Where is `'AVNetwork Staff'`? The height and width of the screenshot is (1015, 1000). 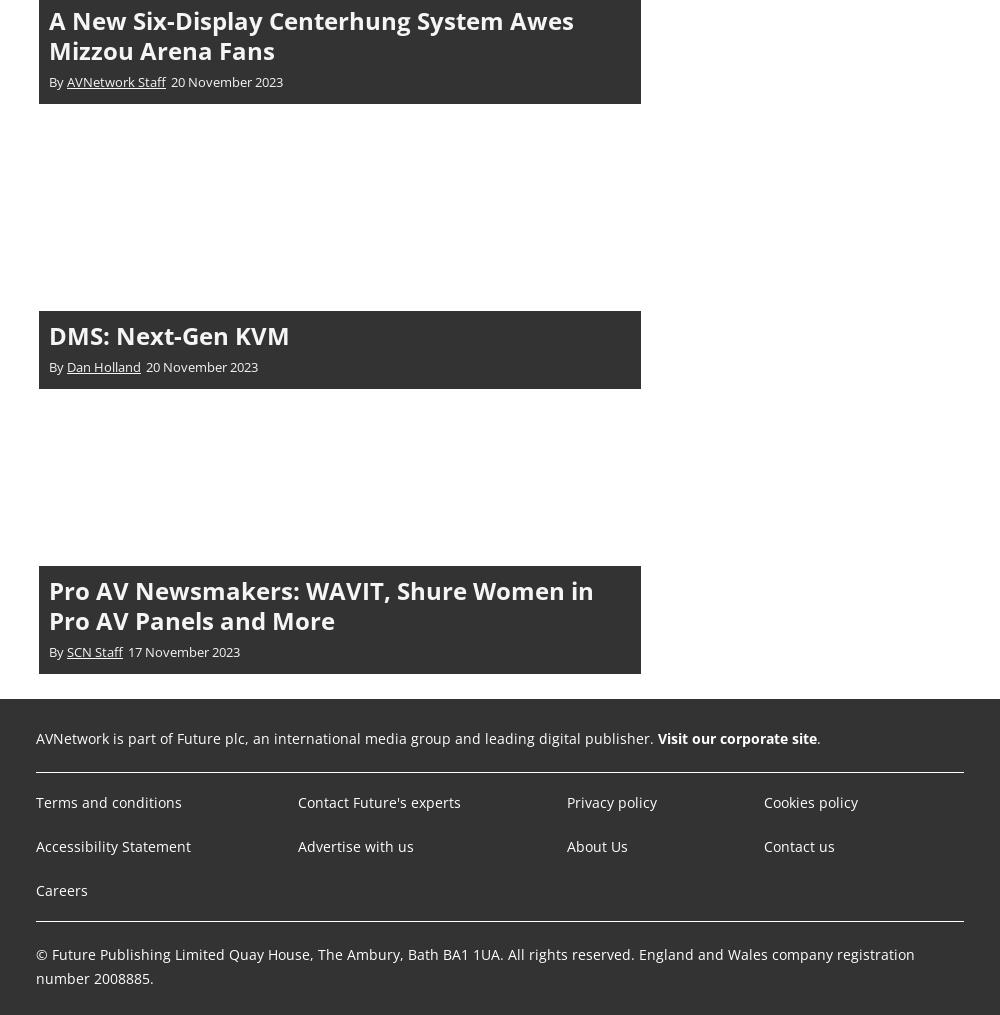 'AVNetwork Staff' is located at coordinates (66, 80).